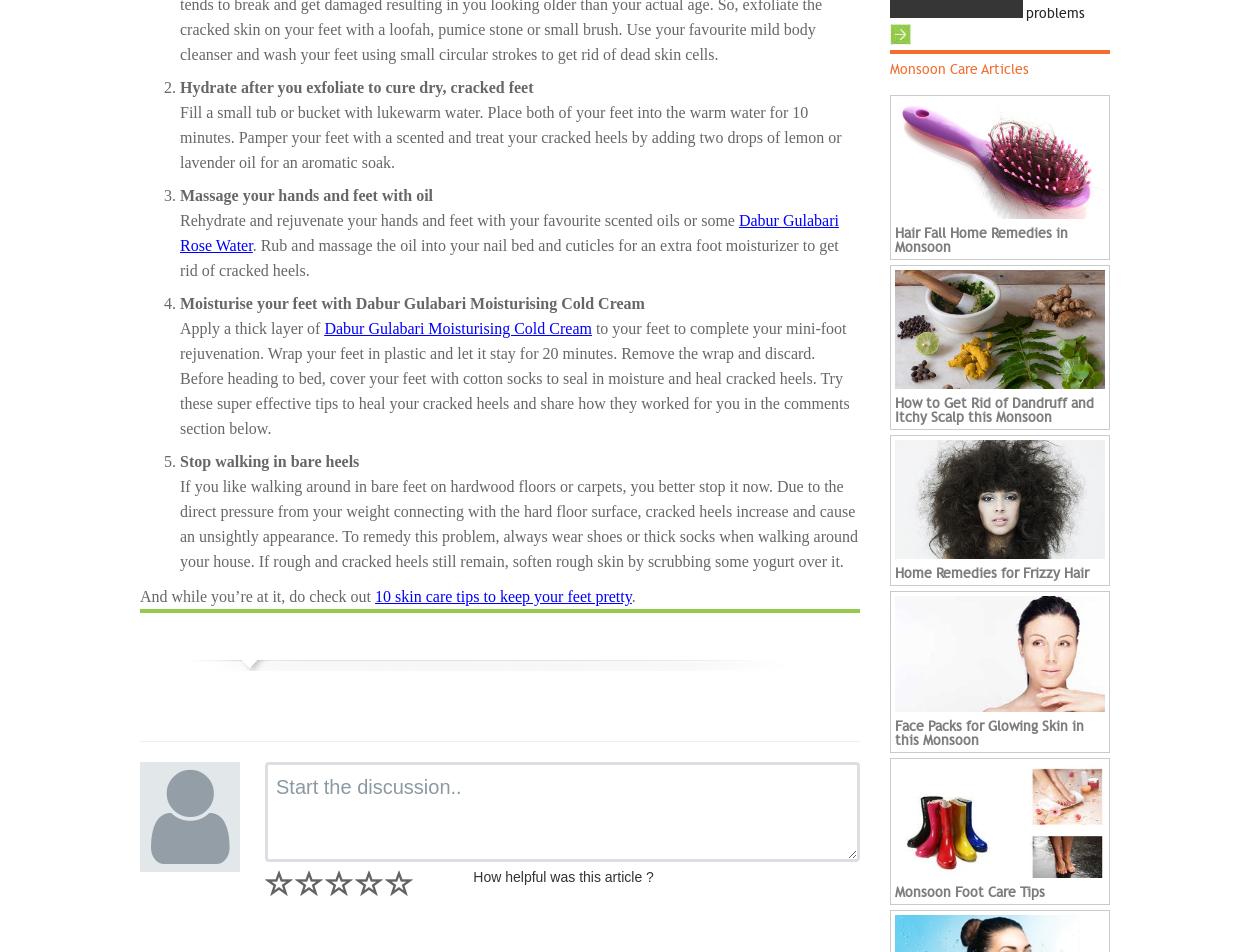 Image resolution: width=1250 pixels, height=952 pixels. I want to click on 'How to Get Rid of Dandruff and Itchy Scalp this Monsoon', so click(993, 410).